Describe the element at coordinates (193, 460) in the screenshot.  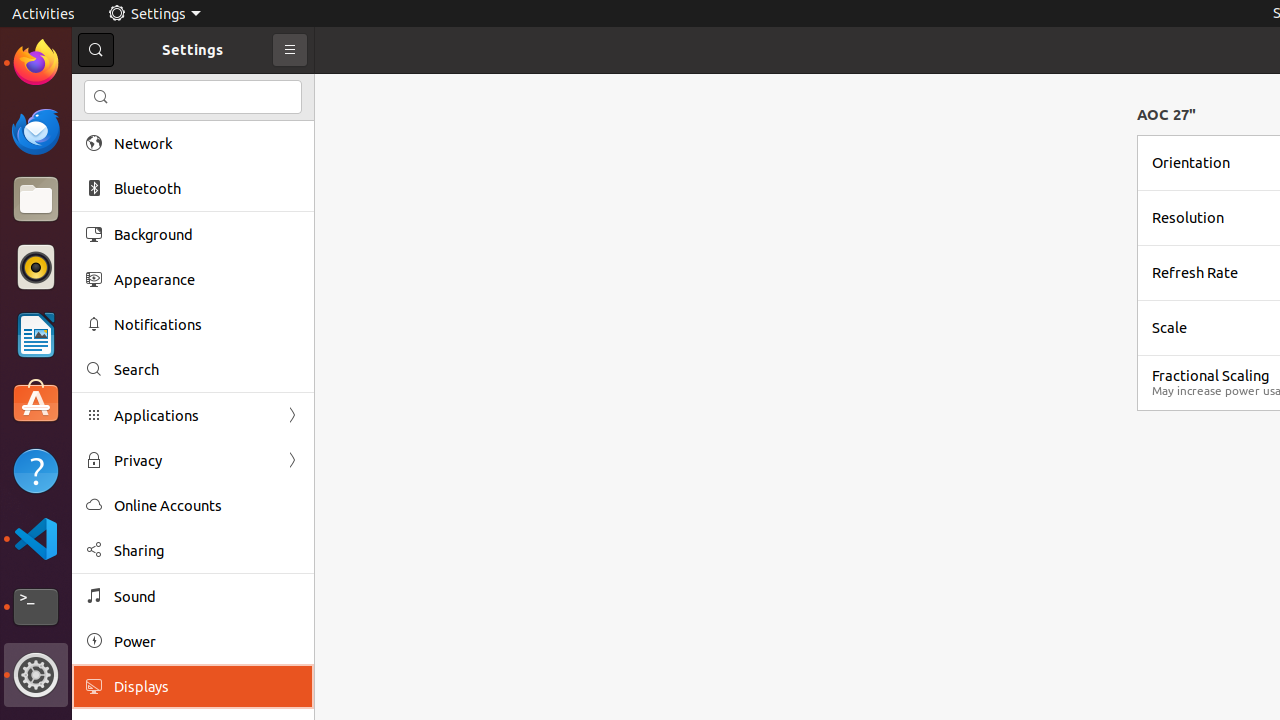
I see `'Privacy'` at that location.